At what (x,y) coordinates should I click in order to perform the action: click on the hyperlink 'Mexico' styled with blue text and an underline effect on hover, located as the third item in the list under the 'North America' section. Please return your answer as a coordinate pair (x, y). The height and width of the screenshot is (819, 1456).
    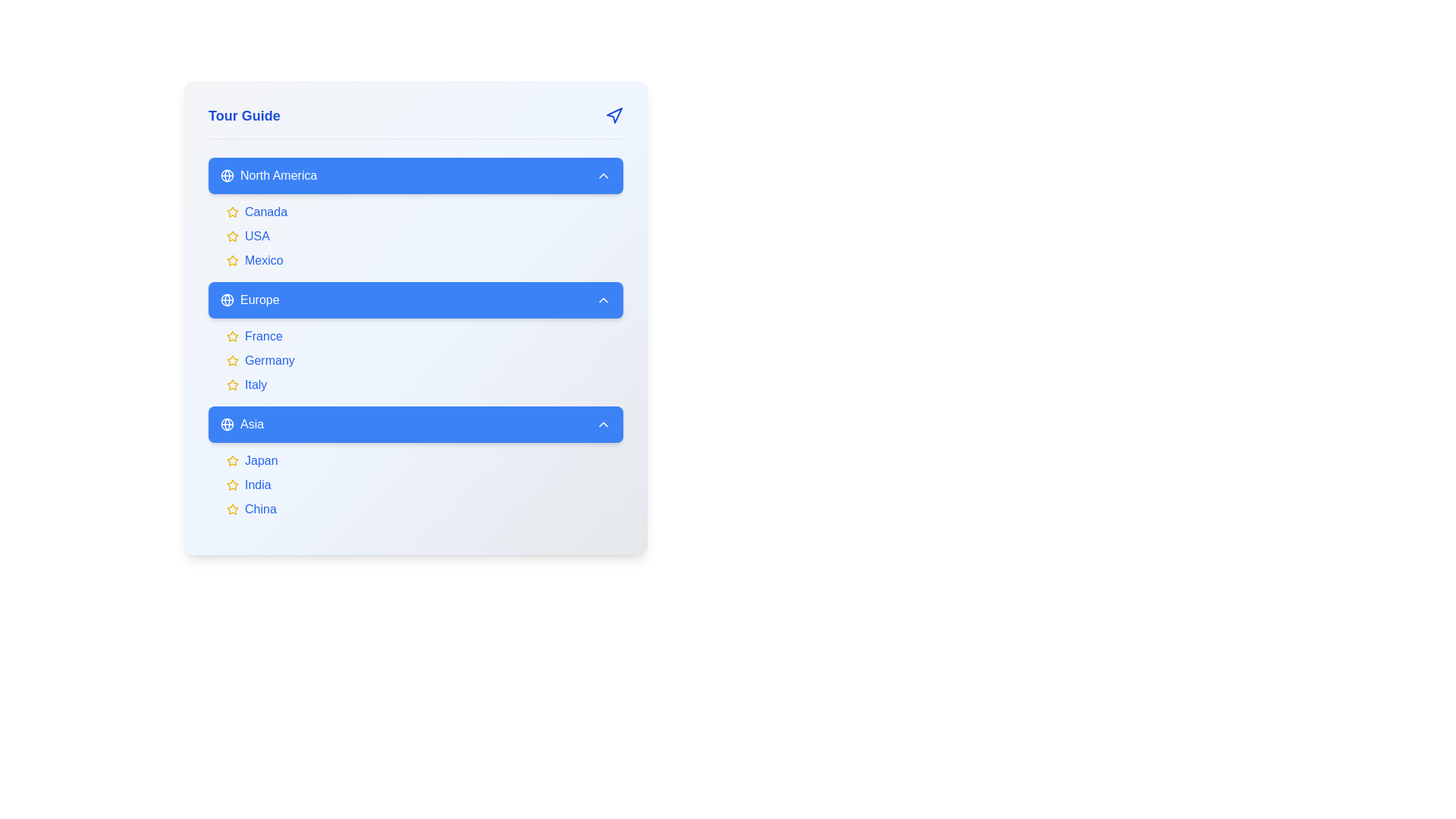
    Looking at the image, I should click on (264, 259).